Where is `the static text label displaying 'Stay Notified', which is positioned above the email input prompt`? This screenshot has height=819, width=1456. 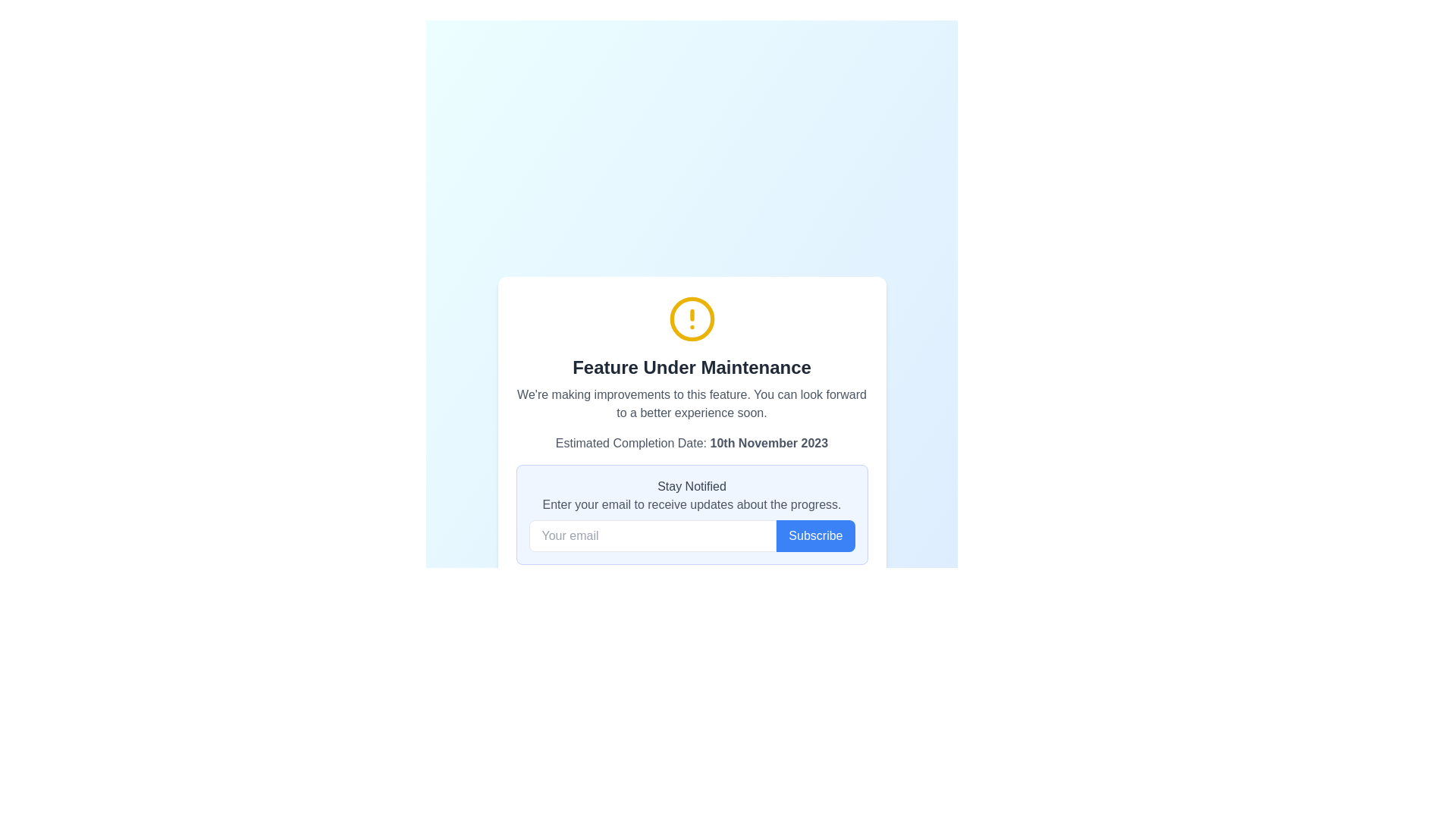
the static text label displaying 'Stay Notified', which is positioned above the email input prompt is located at coordinates (691, 486).